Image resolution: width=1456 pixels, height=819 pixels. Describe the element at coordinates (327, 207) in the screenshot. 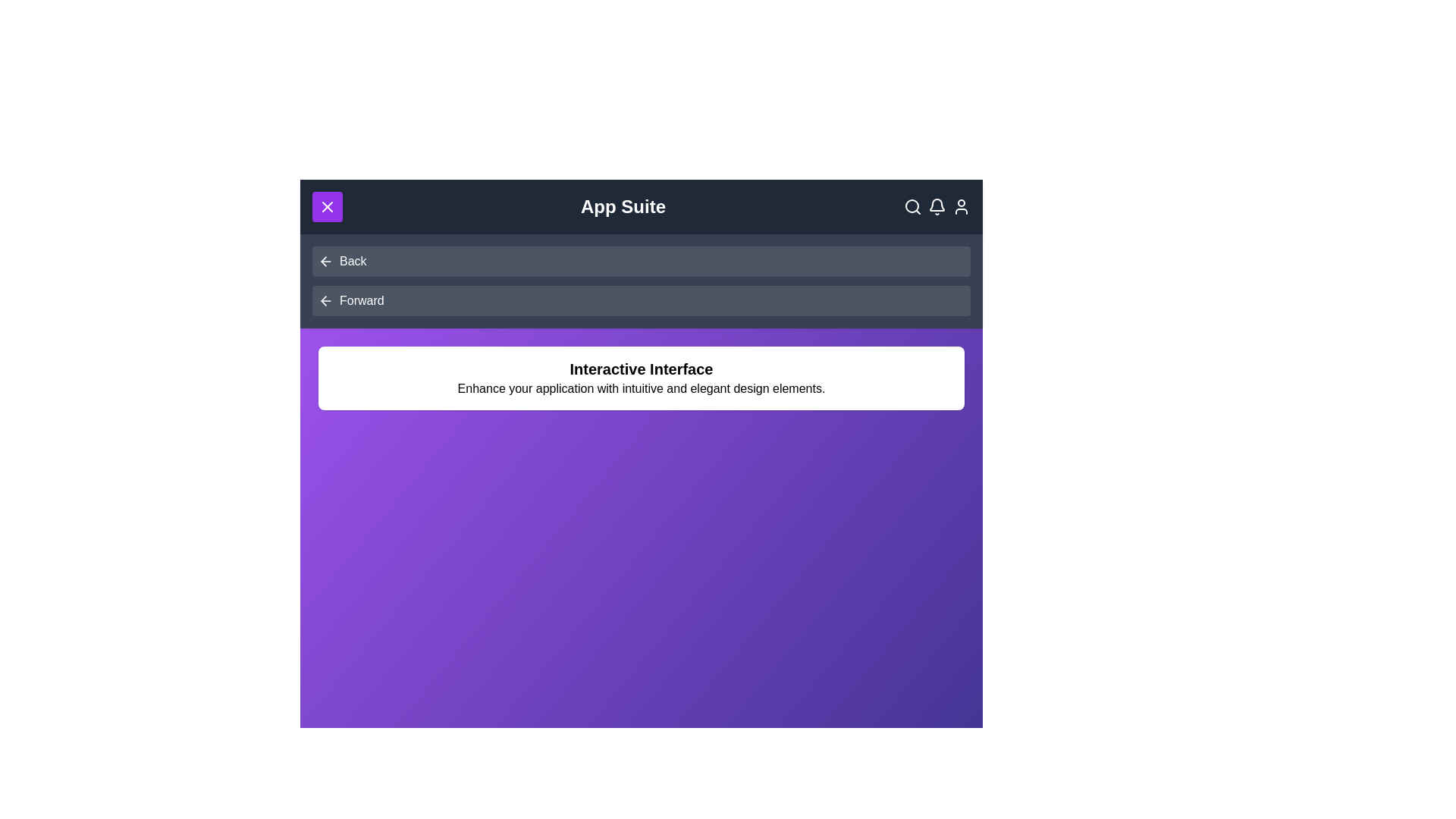

I see `the button with the 'X' icon to toggle the menu visibility` at that location.